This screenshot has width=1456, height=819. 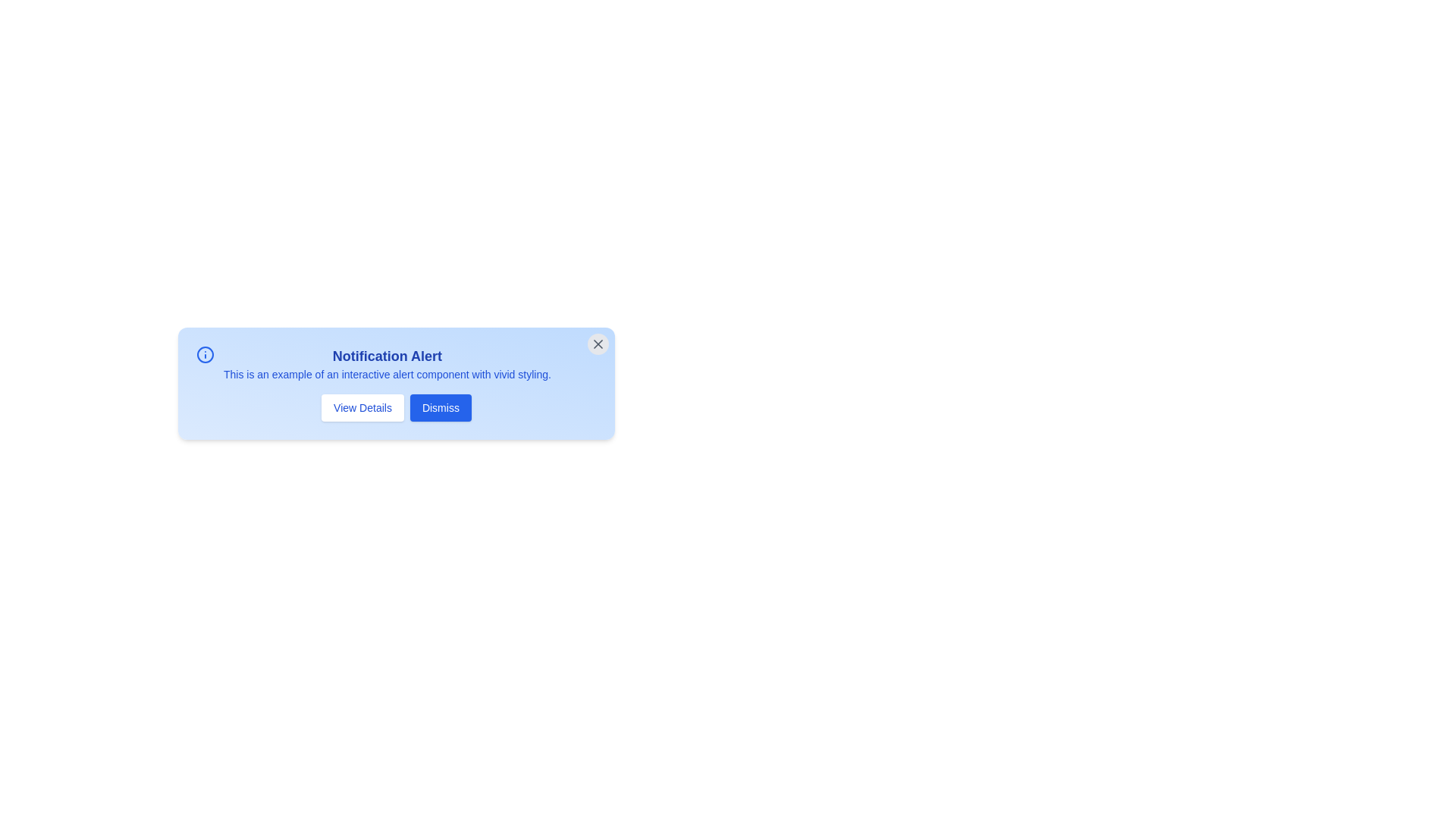 I want to click on the 'Dismiss' button to acknowledge the alert, so click(x=440, y=406).